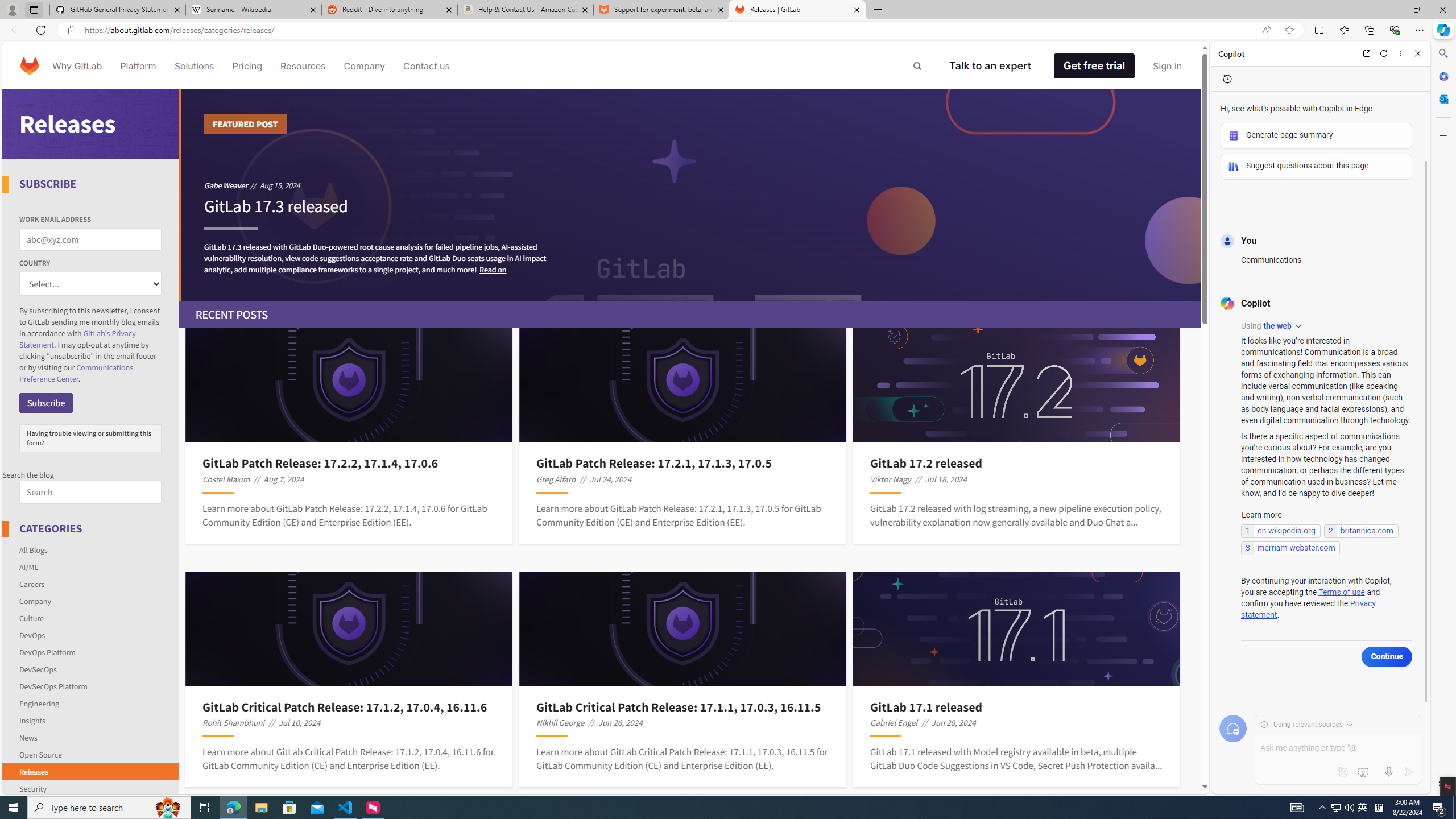 The width and height of the screenshot is (1456, 819). I want to click on 'Releases', so click(90, 771).